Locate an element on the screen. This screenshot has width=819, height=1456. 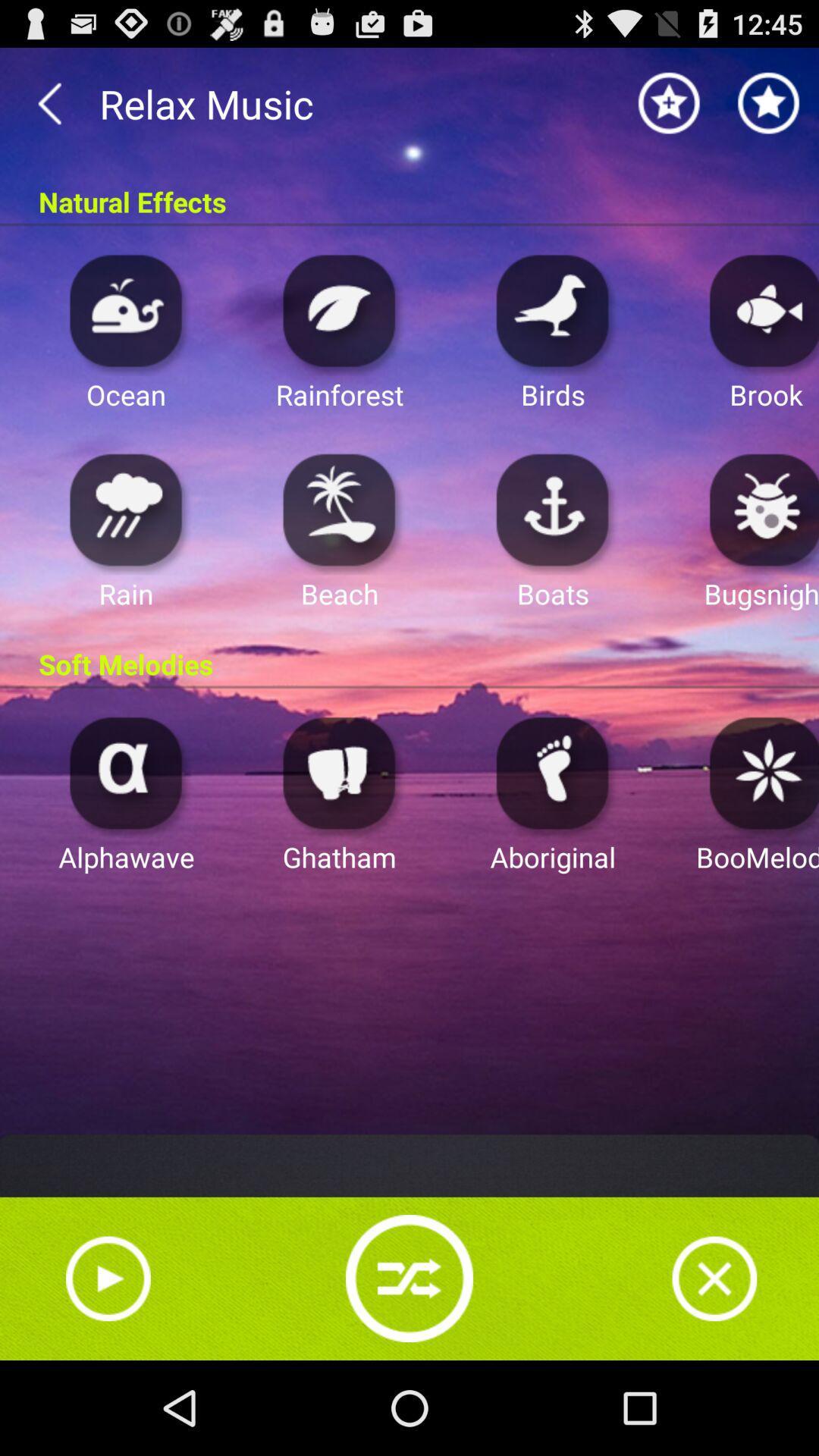
open ghatham is located at coordinates (339, 772).